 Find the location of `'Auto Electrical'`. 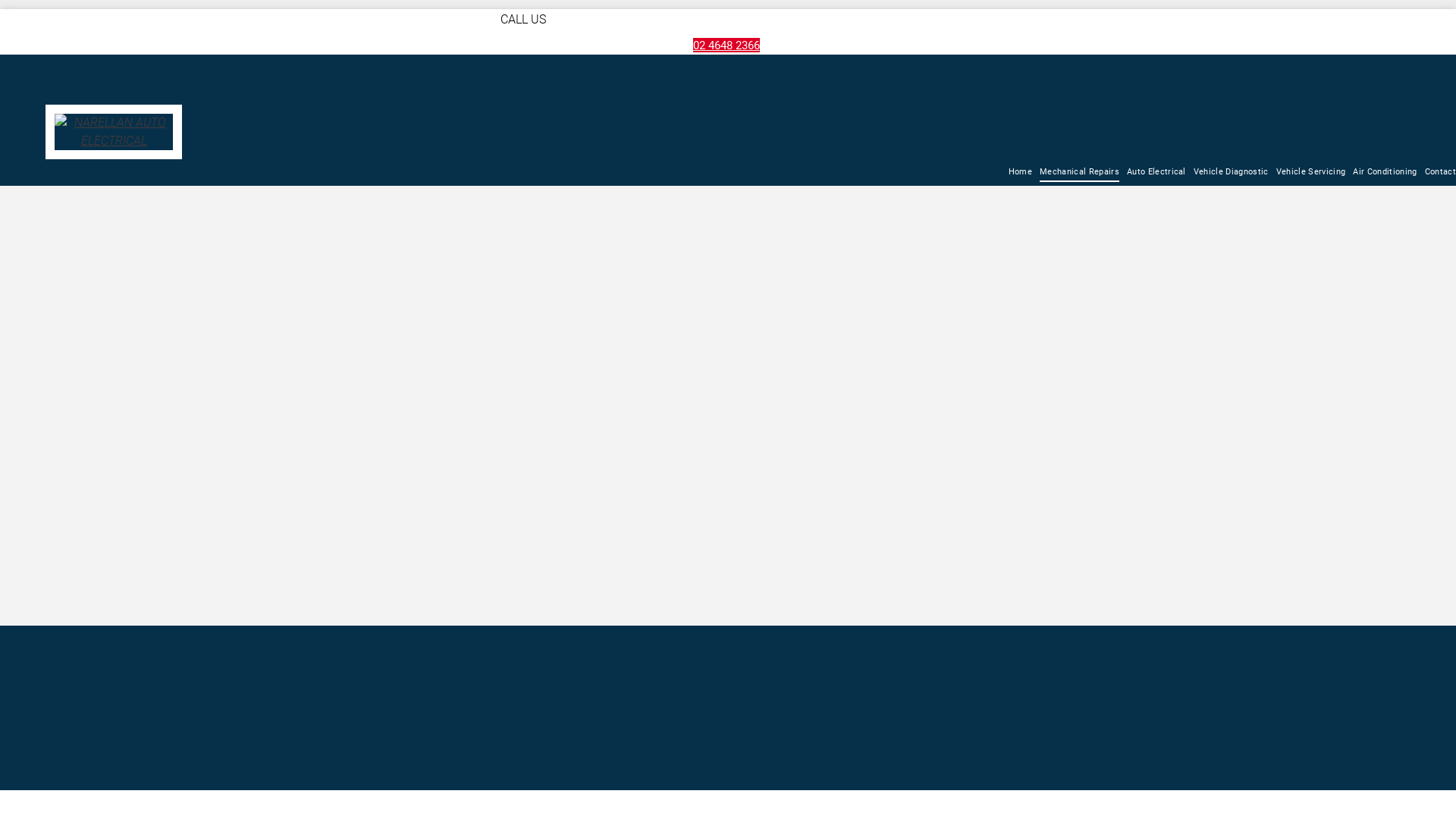

'Auto Electrical' is located at coordinates (1156, 171).